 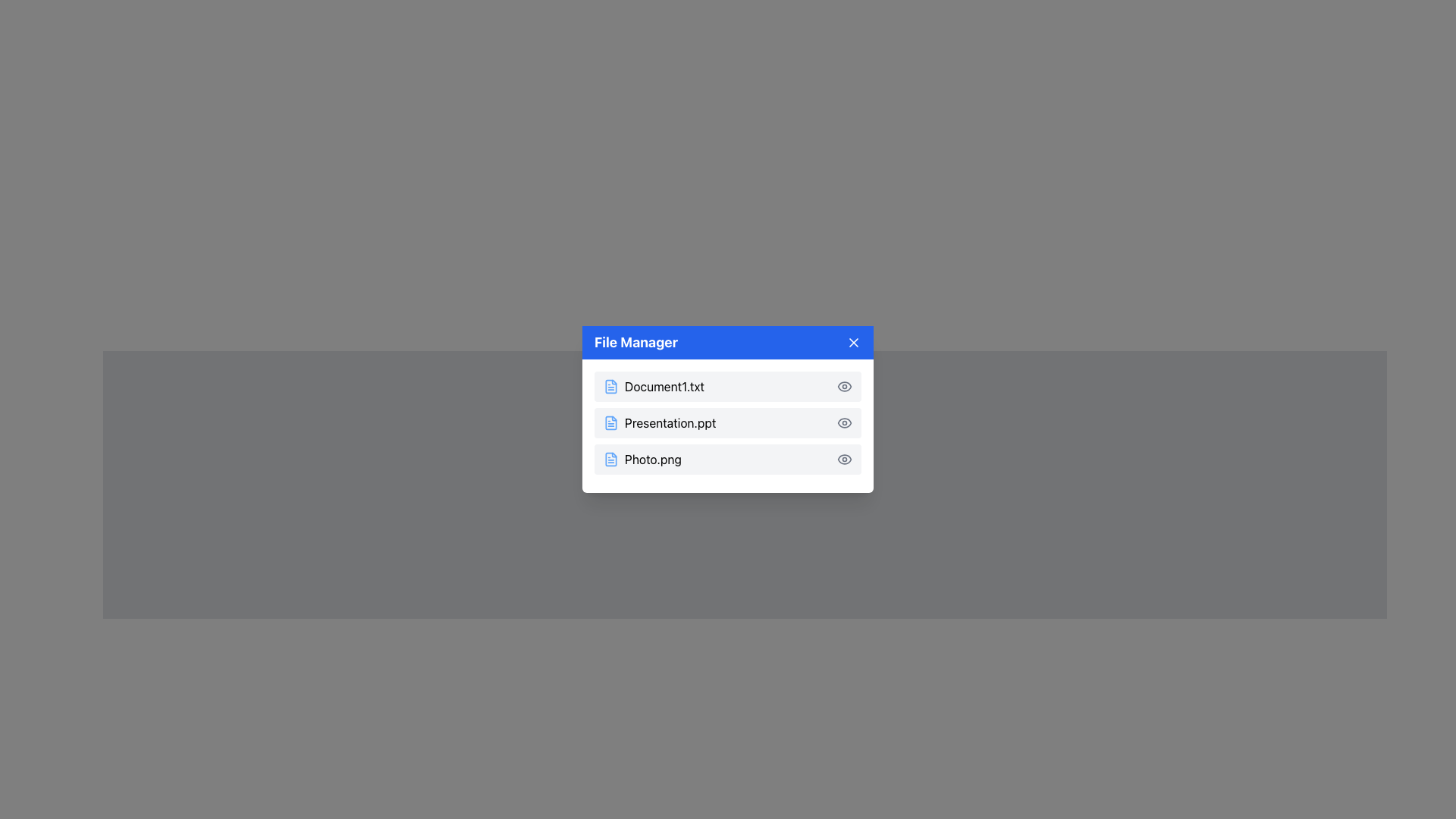 I want to click on the text label that serves as the title or header for the interface, indicating the name or purpose of the module or section it pertains to, so click(x=636, y=342).